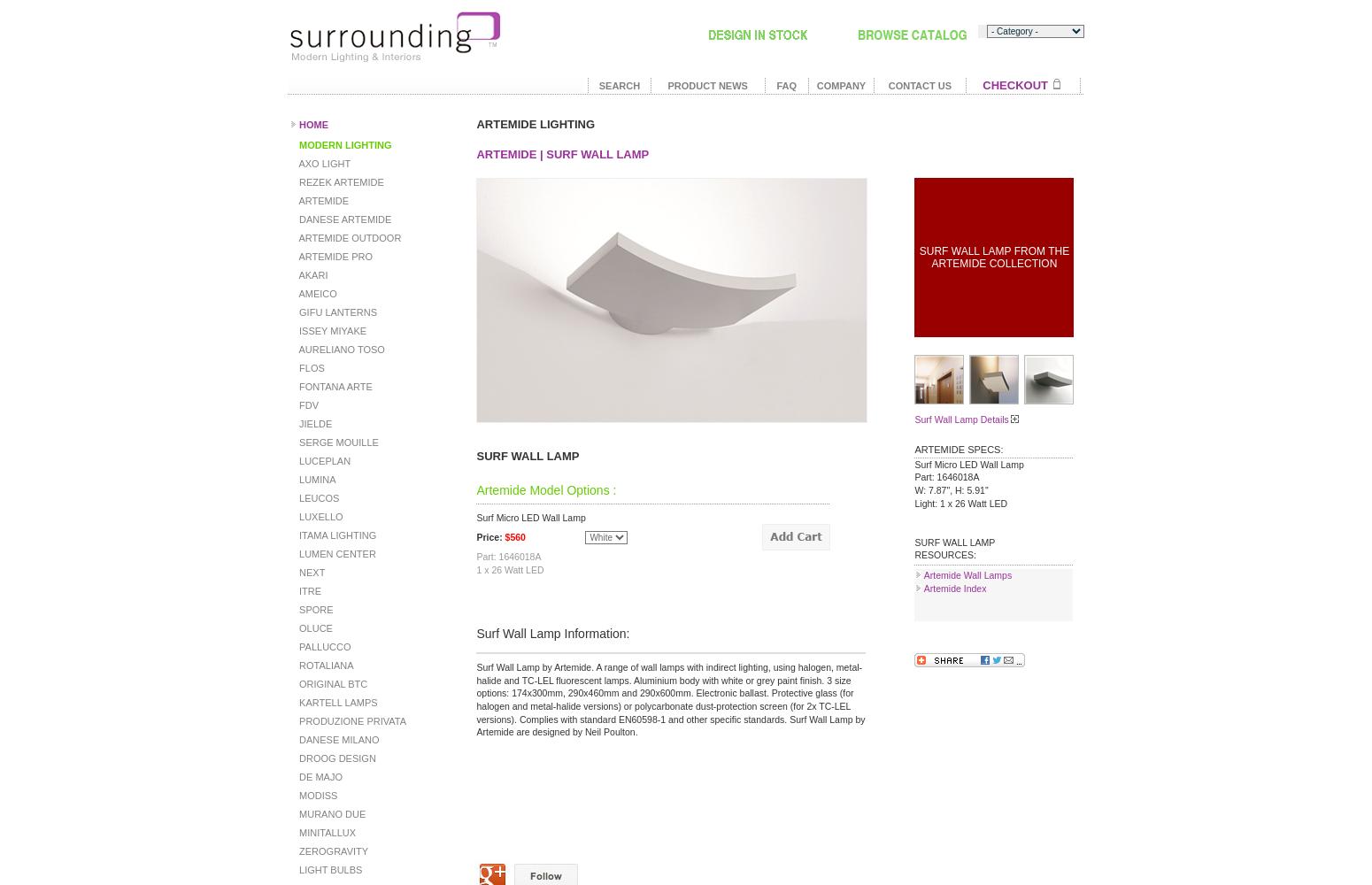  What do you see at coordinates (786, 84) in the screenshot?
I see `'FAQ'` at bounding box center [786, 84].